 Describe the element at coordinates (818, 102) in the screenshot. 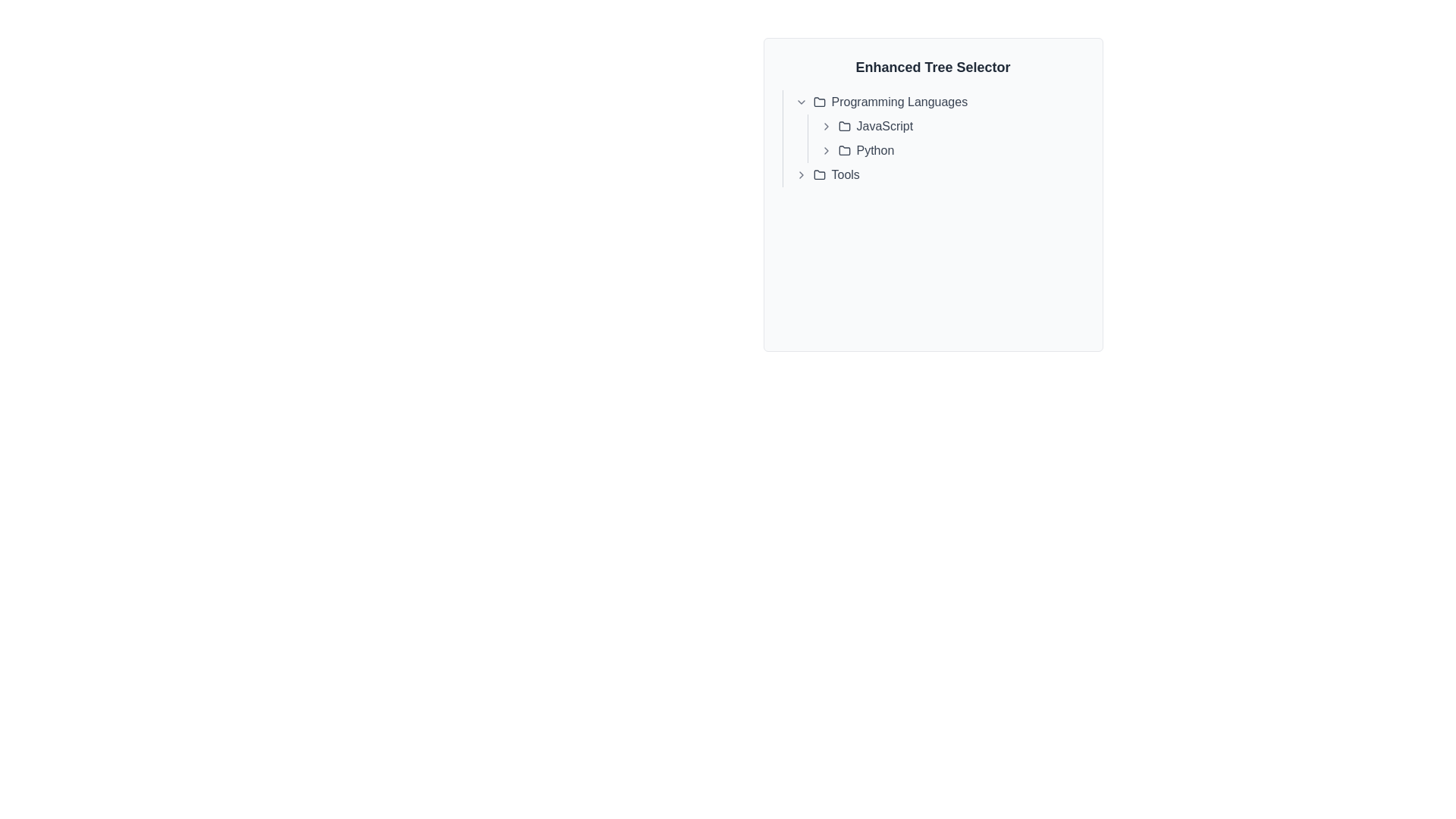

I see `the folder icon` at that location.